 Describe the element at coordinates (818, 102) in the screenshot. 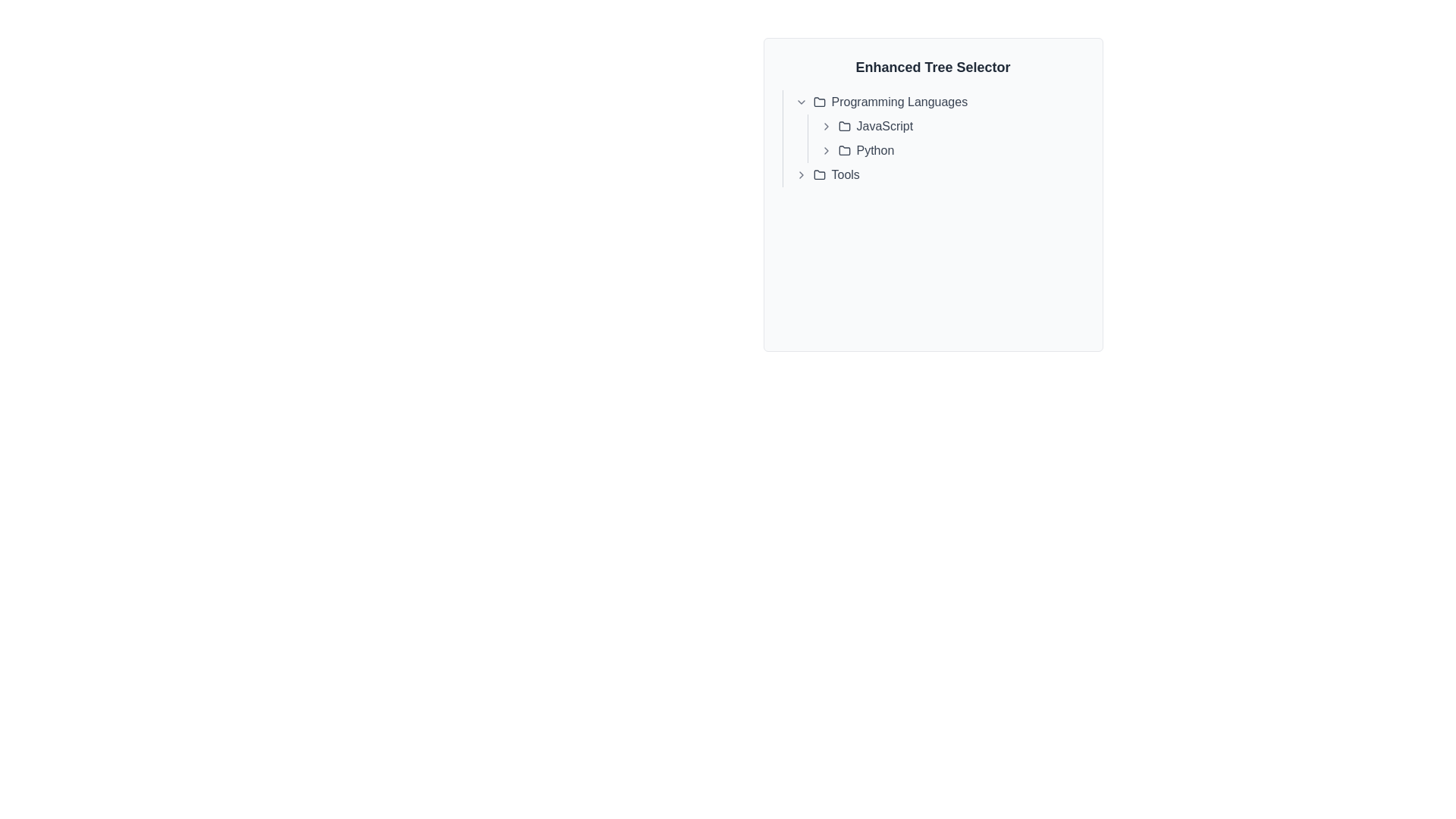

I see `the folder icon` at that location.